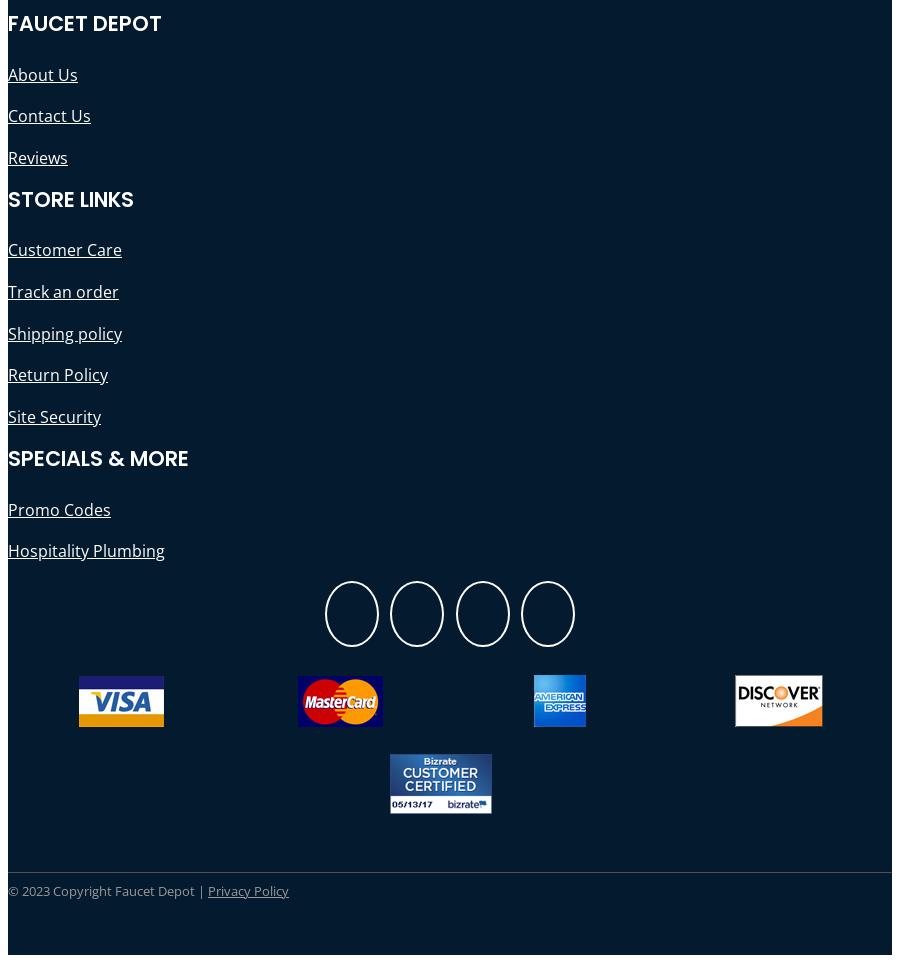 The width and height of the screenshot is (900, 962). Describe the element at coordinates (70, 198) in the screenshot. I see `'Store Links'` at that location.